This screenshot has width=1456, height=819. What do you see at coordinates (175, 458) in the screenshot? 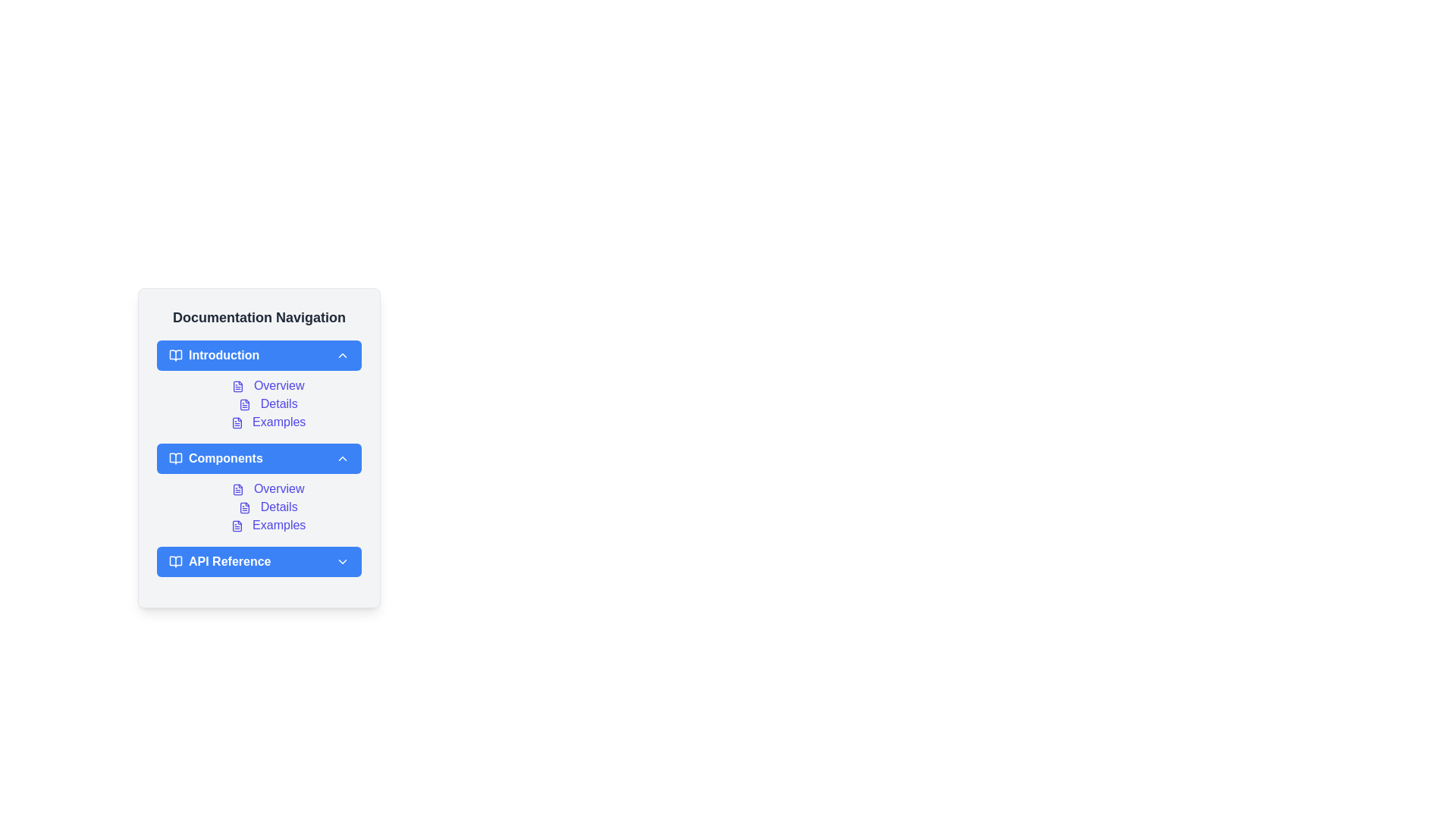
I see `the decorative or functional icon that represents the 'Components' section of the sidebar, located to the left of the 'Components' label in the 'Documentation Navigation' section` at bounding box center [175, 458].